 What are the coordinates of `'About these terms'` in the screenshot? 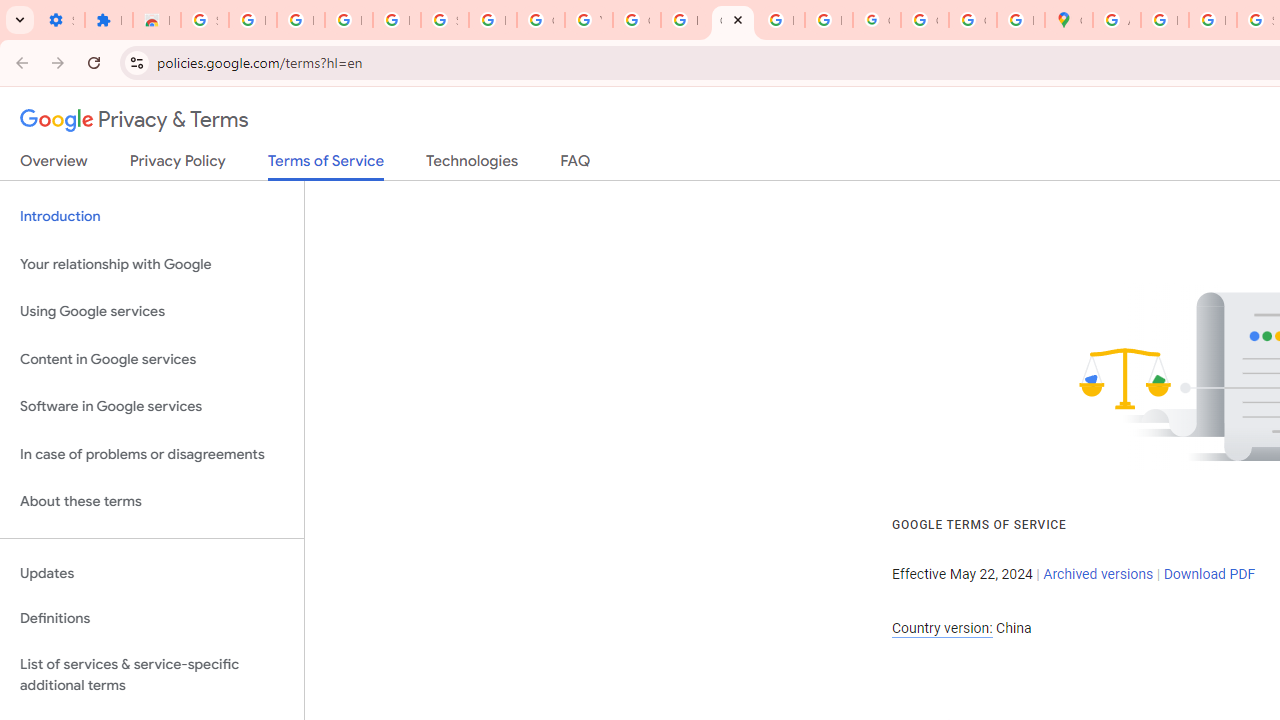 It's located at (151, 501).